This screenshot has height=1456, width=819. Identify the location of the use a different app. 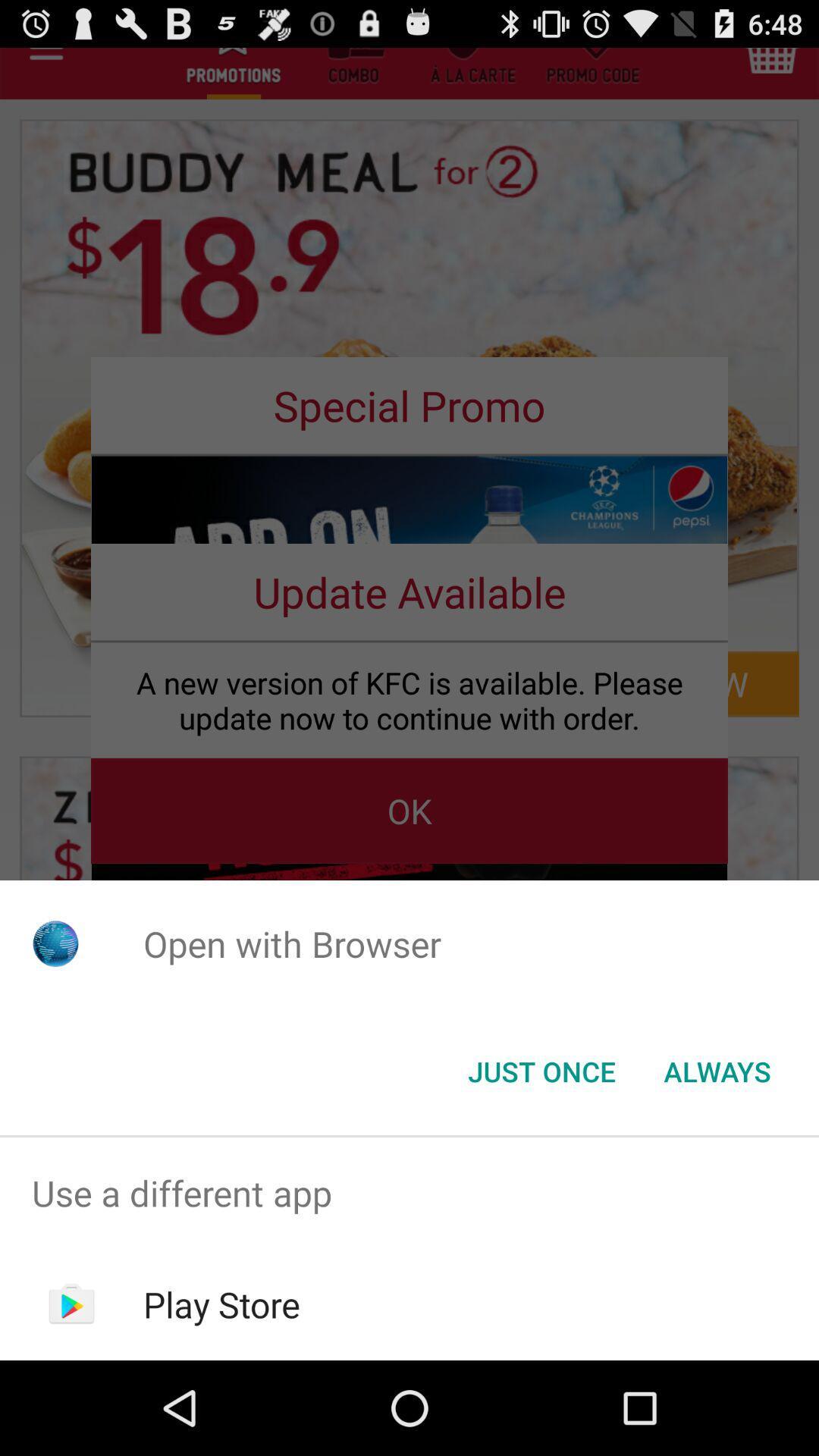
(409, 1192).